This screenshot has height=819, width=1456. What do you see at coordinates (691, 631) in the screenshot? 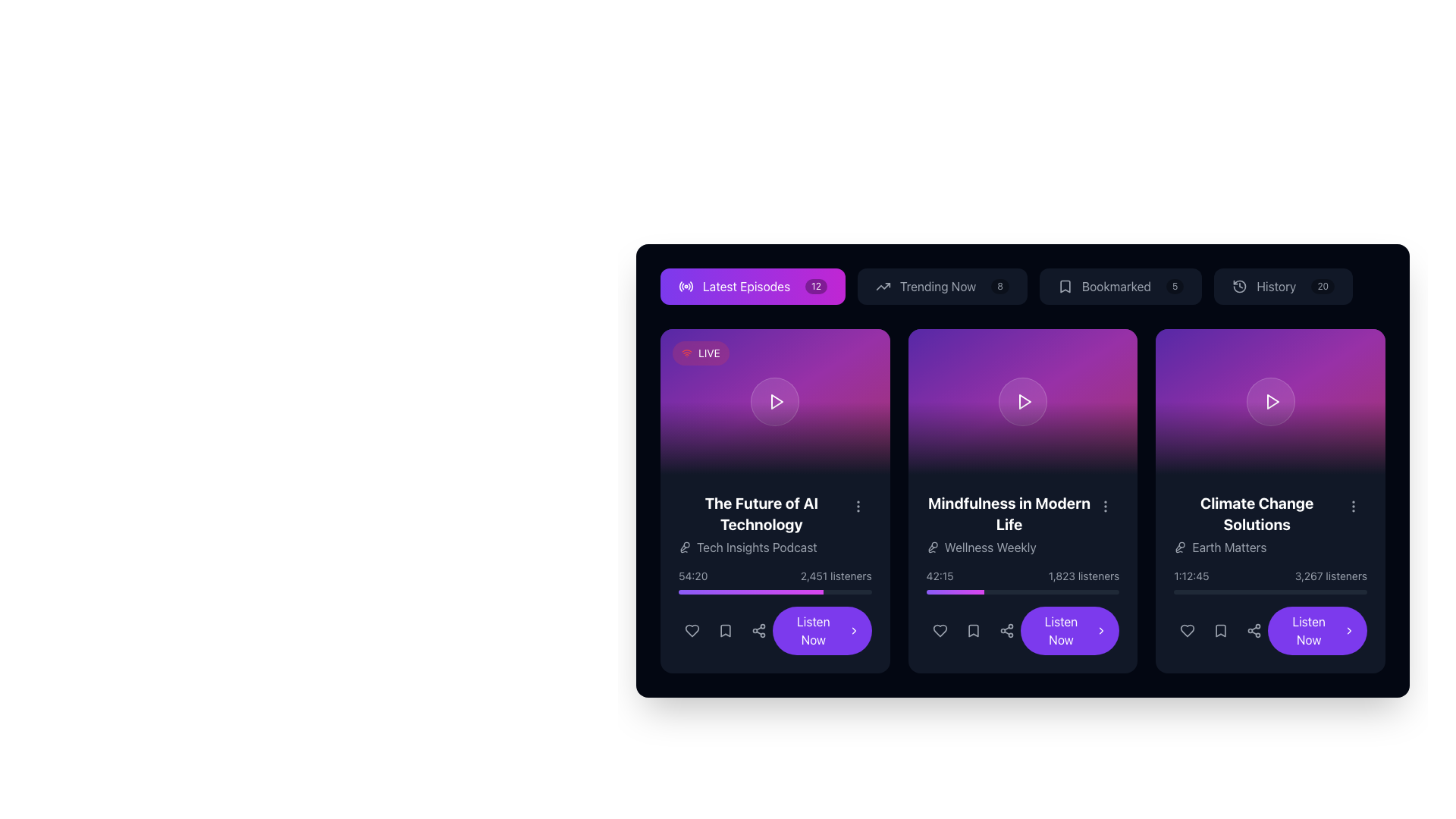
I see `the heart-shaped icon in the bottom-left corner of the first content card` at bounding box center [691, 631].